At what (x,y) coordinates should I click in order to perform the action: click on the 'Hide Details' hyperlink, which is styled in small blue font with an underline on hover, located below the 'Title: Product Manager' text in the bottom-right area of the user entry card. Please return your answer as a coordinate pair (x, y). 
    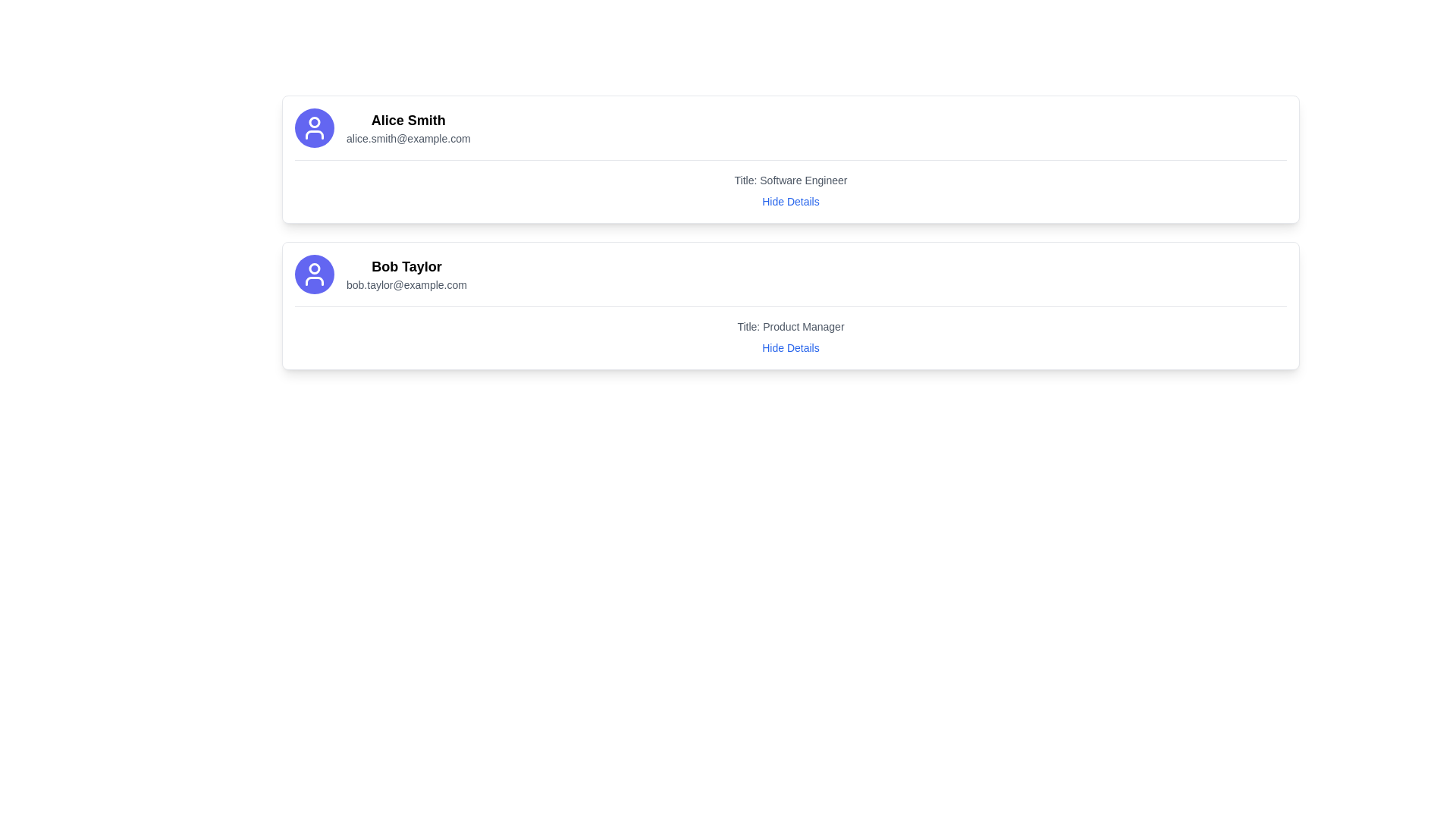
    Looking at the image, I should click on (789, 348).